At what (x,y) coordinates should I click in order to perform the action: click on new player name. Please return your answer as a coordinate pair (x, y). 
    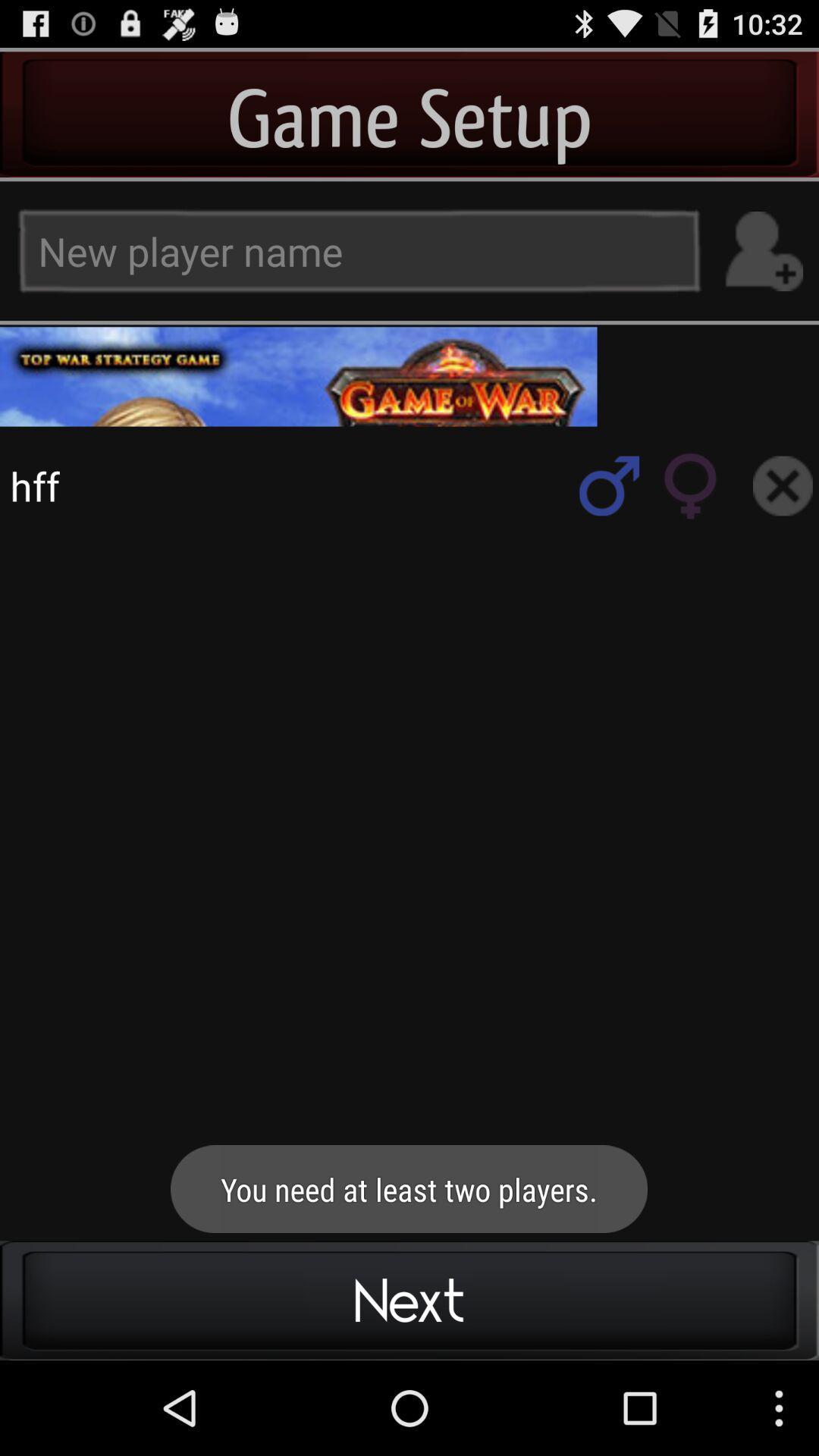
    Looking at the image, I should click on (763, 251).